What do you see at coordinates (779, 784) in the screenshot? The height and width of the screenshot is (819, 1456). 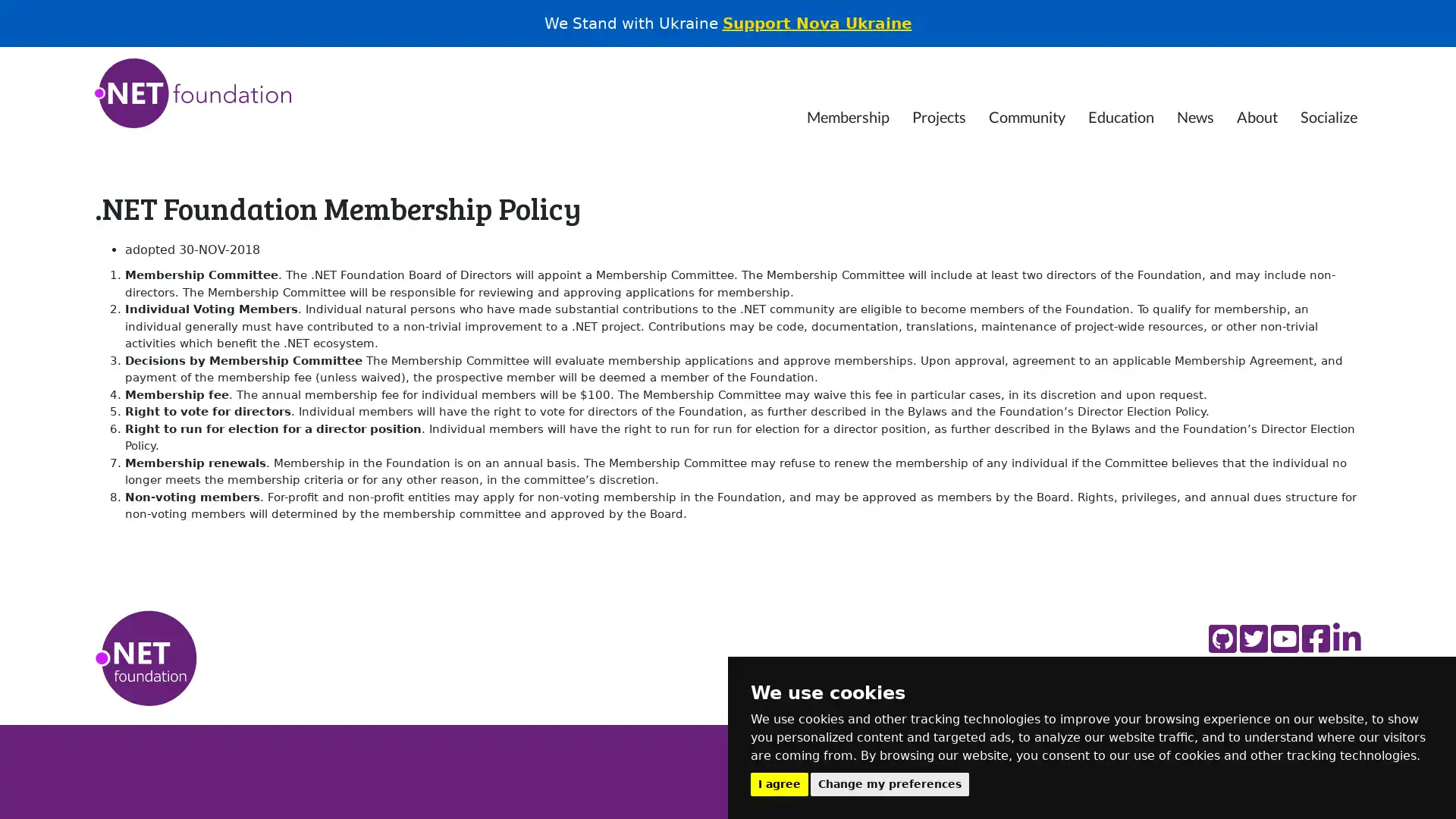 I see `I agree` at bounding box center [779, 784].